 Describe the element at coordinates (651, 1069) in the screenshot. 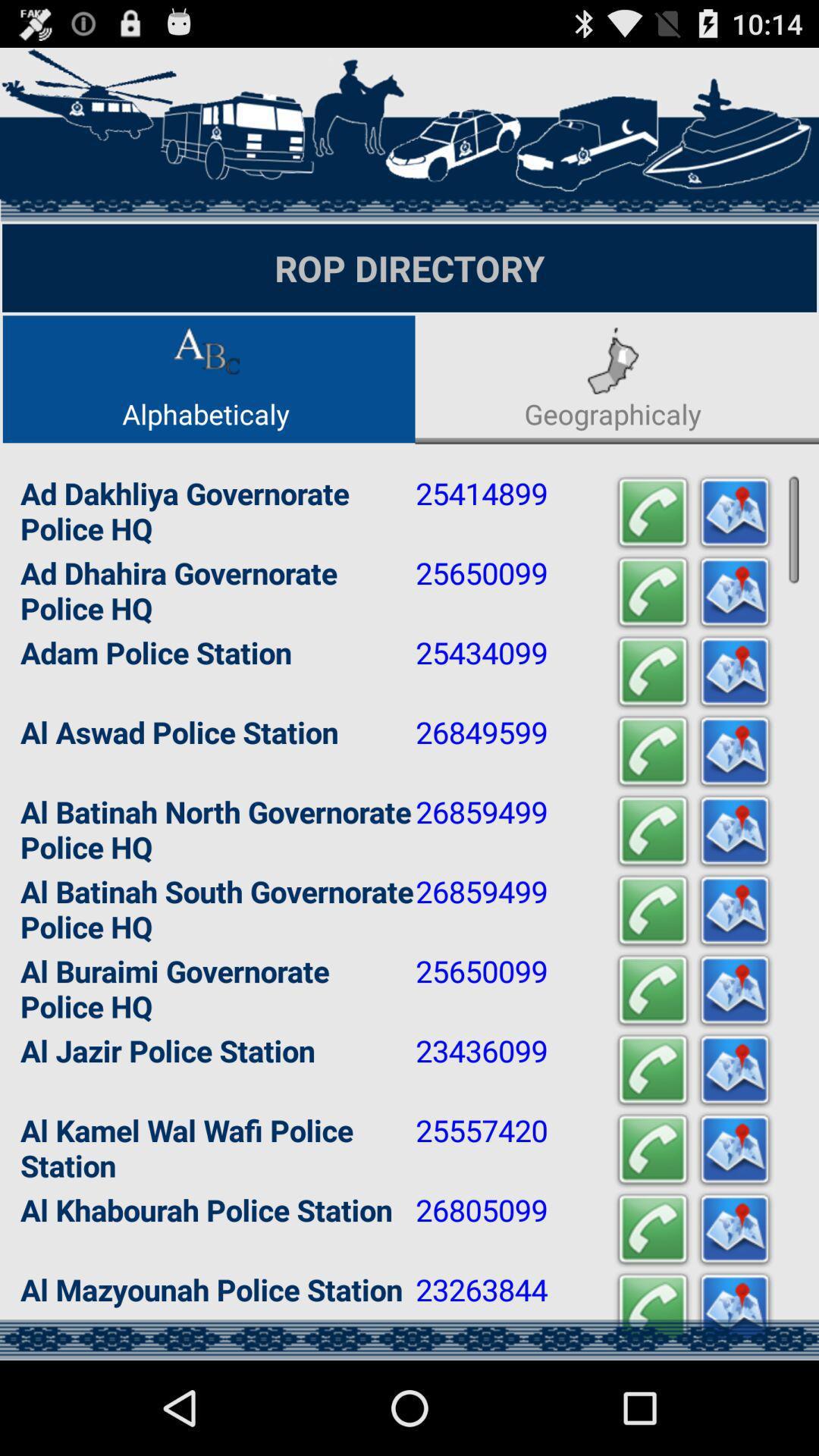

I see `call the police station` at that location.